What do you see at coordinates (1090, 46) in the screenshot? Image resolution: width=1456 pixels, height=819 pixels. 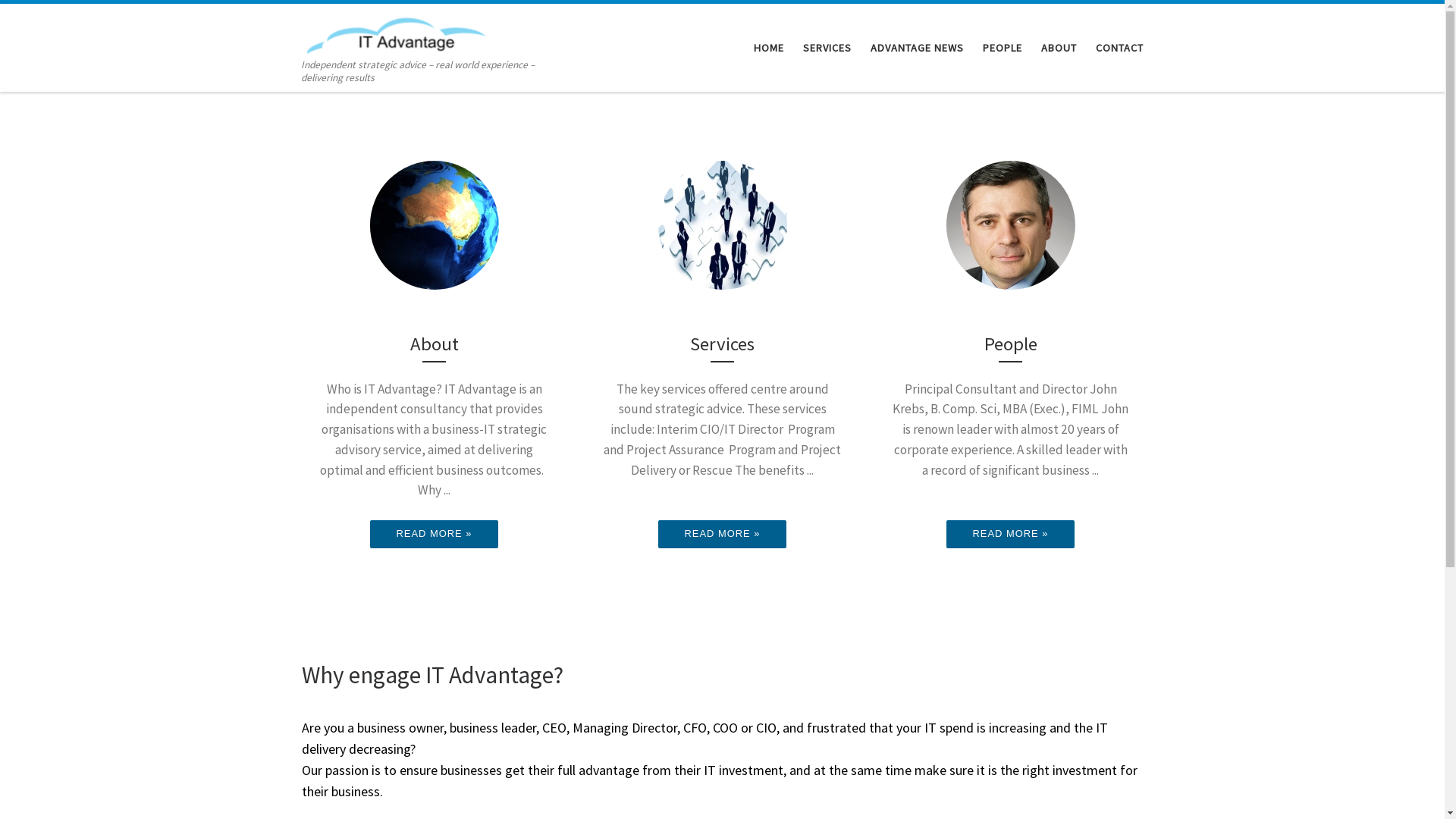 I see `'CONTACT'` at bounding box center [1090, 46].